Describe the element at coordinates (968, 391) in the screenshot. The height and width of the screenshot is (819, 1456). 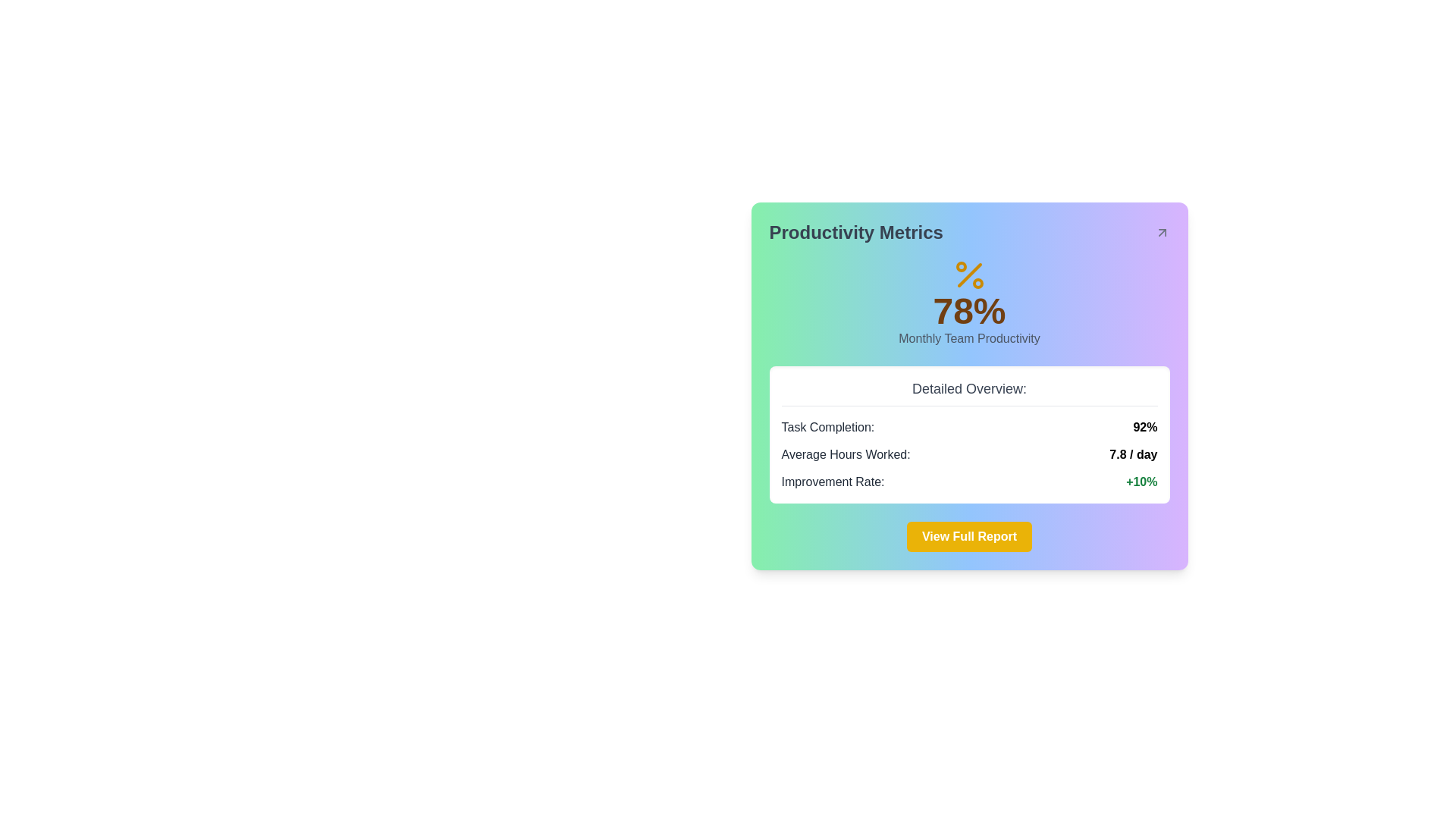
I see `the Text Label that serves as a header for the detailed metrics section, positioned just below the main productivity percentage` at that location.